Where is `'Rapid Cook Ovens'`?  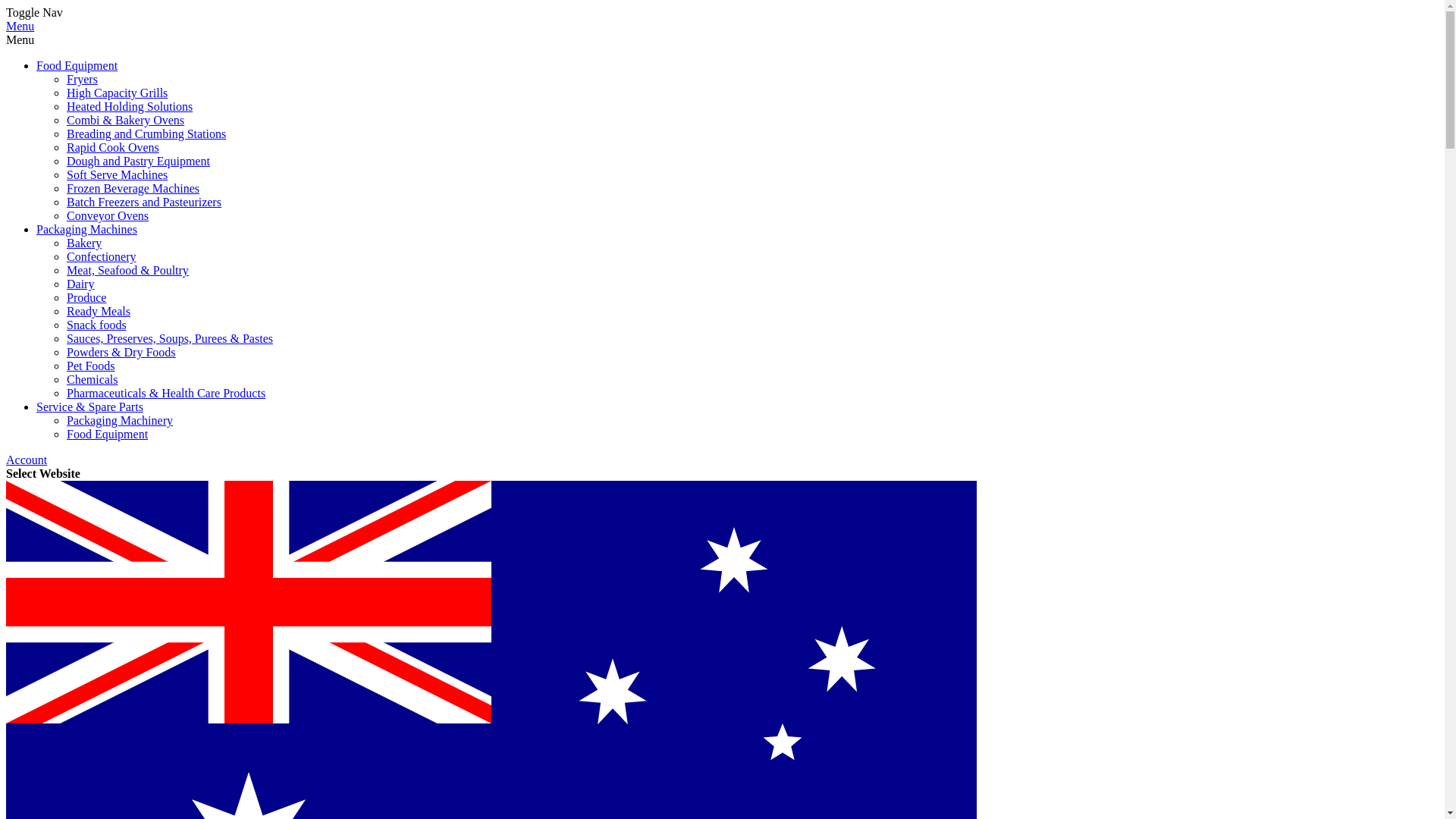 'Rapid Cook Ovens' is located at coordinates (65, 147).